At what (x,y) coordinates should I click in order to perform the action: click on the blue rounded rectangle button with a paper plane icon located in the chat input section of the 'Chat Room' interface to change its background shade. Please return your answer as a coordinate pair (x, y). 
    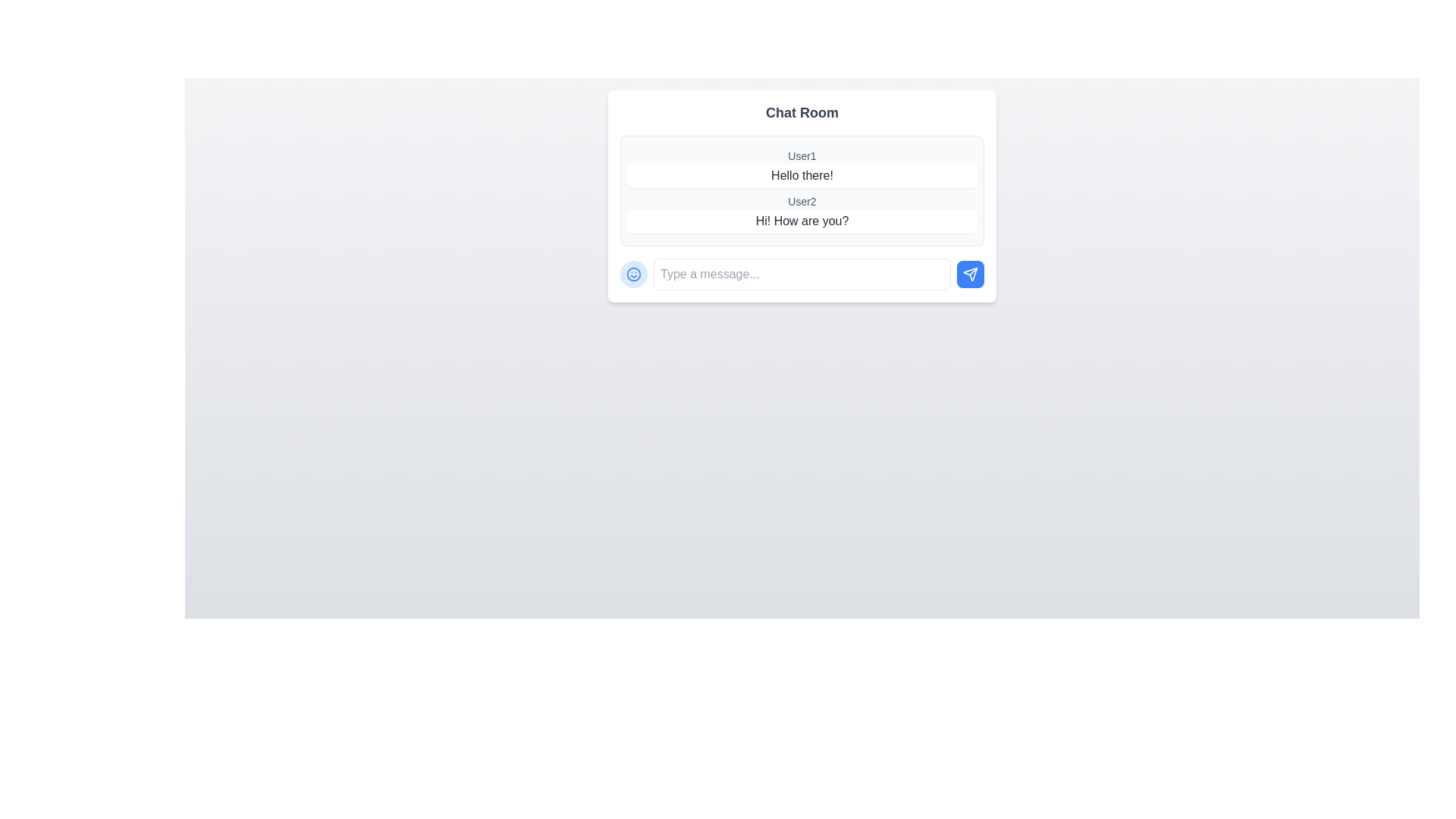
    Looking at the image, I should click on (971, 275).